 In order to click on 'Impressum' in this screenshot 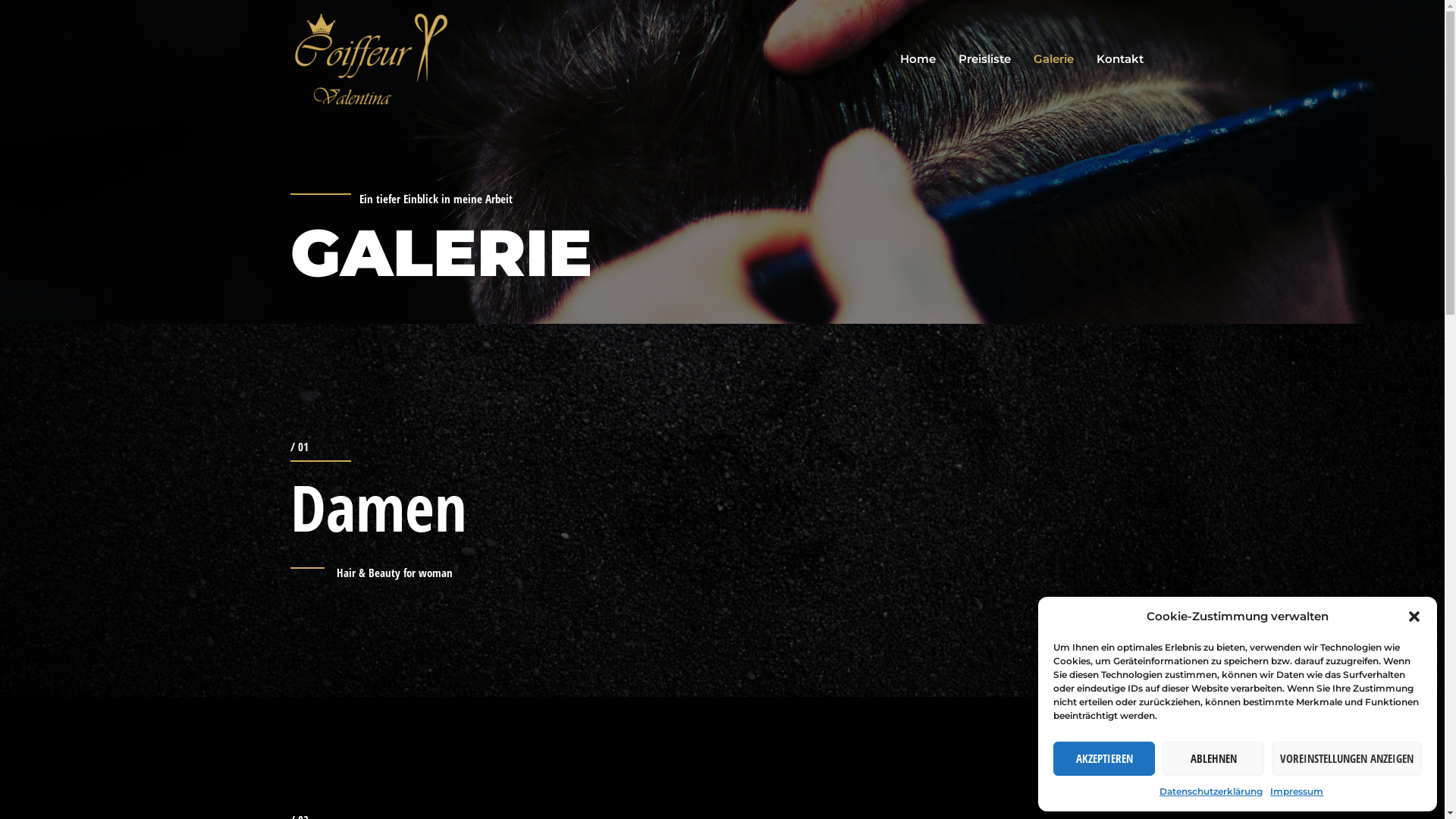, I will do `click(1295, 790)`.